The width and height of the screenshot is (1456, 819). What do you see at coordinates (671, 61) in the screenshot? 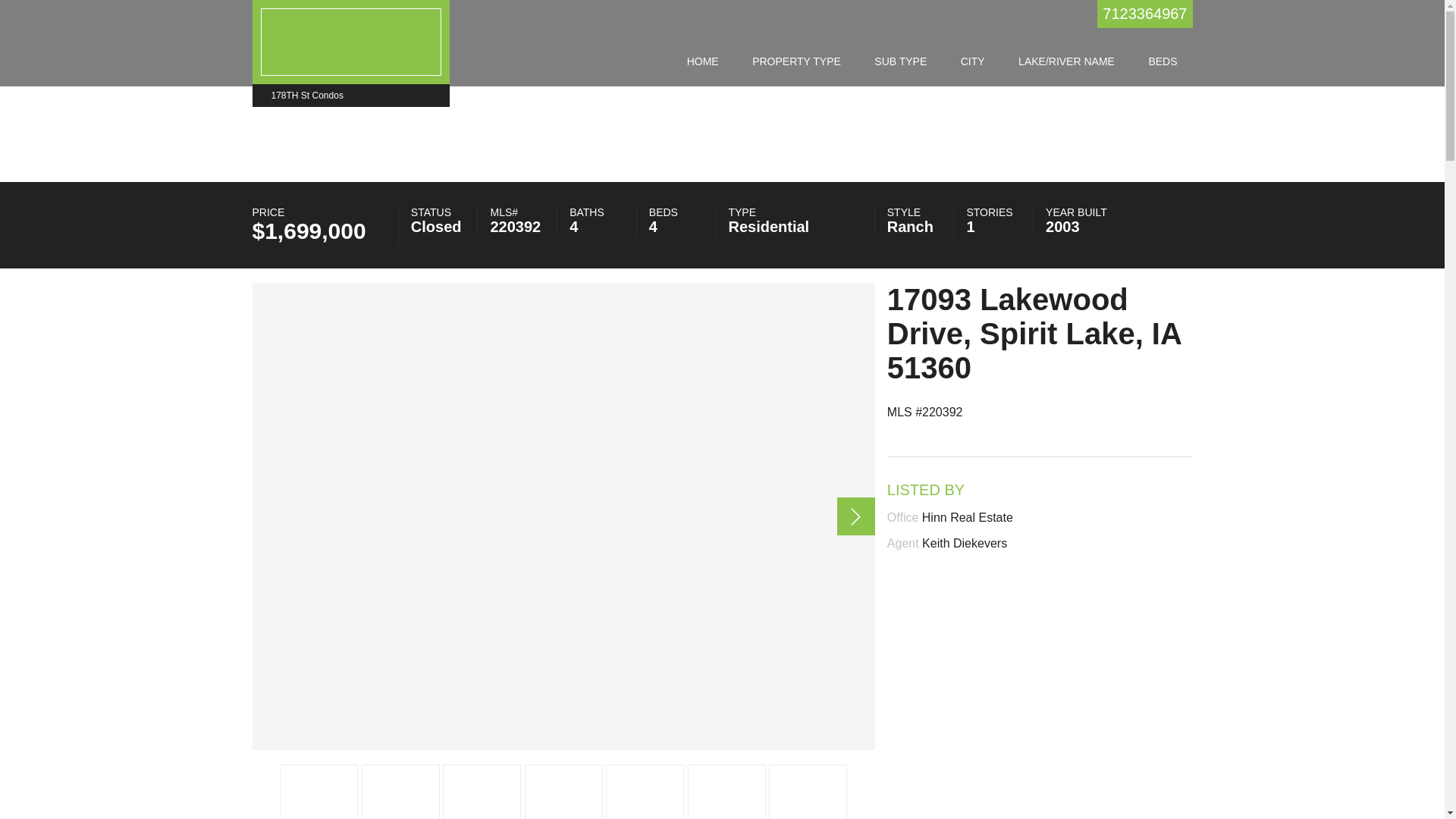
I see `'HOME'` at bounding box center [671, 61].